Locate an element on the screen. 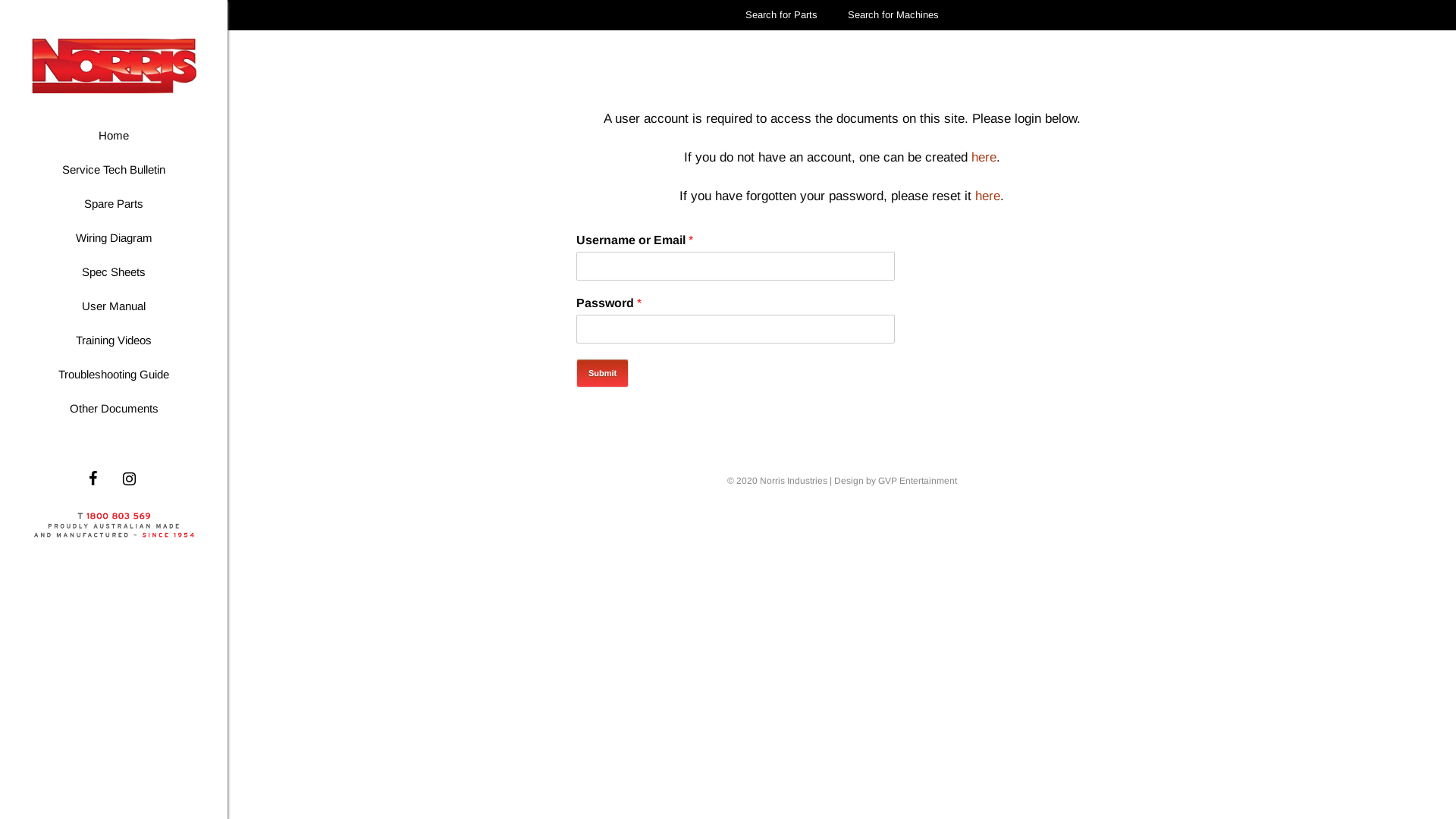 The image size is (1456, 819). 'Search for Machines' is located at coordinates (893, 14).